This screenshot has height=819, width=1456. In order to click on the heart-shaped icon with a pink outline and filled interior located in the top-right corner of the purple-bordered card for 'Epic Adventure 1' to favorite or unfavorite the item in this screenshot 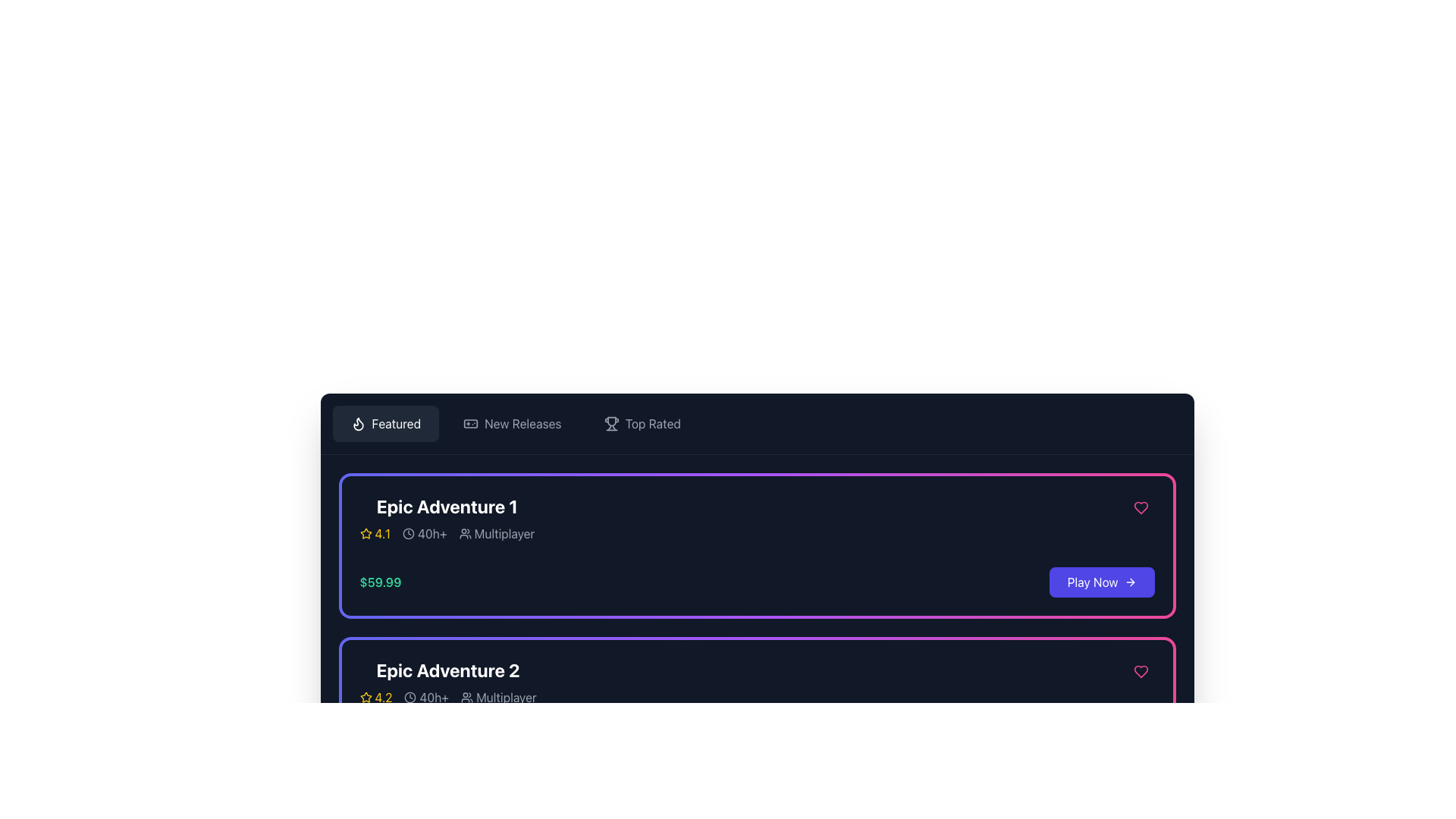, I will do `click(1141, 508)`.